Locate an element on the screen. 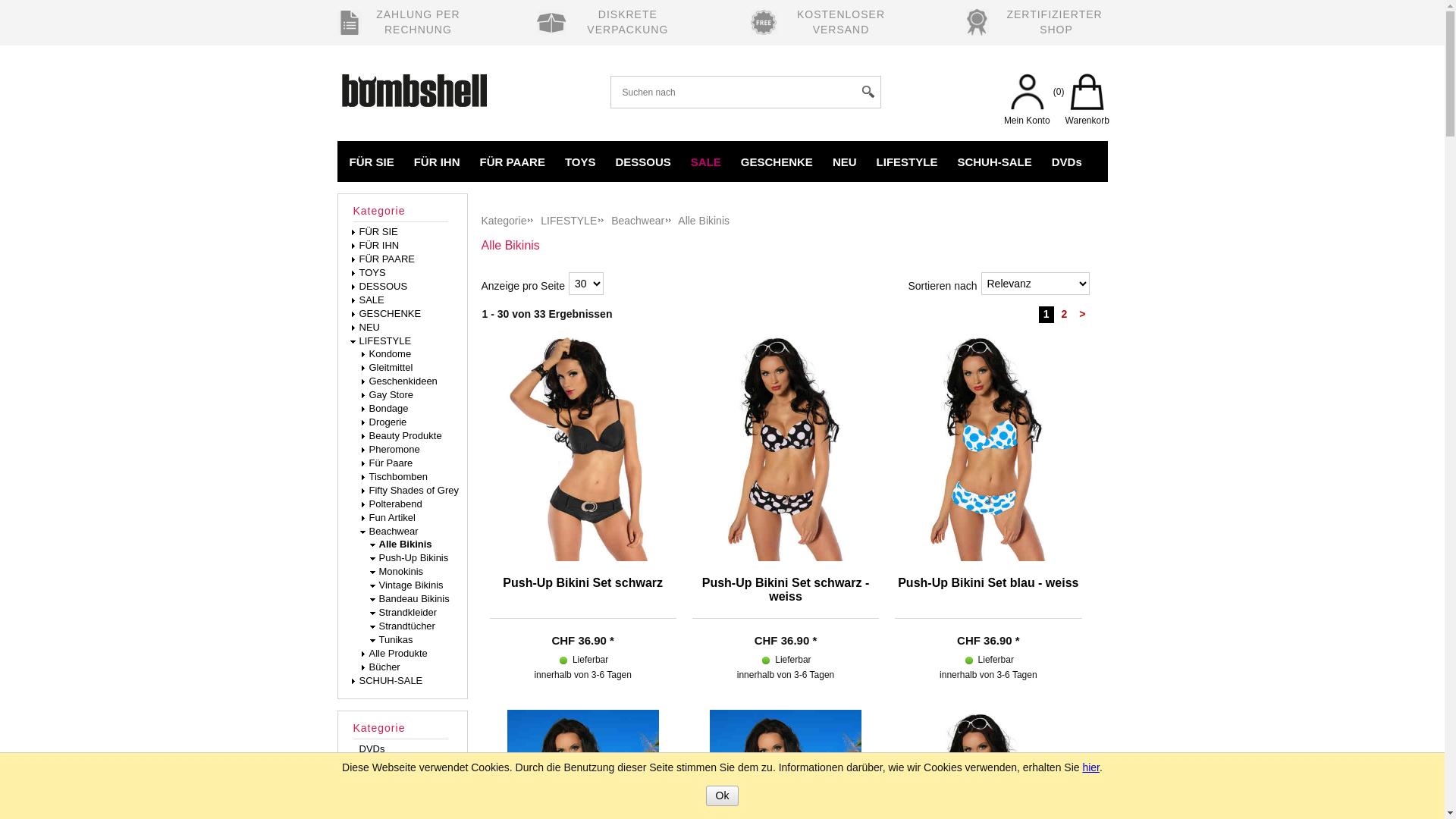 This screenshot has height=819, width=1456. ' Tunikas' is located at coordinates (397, 639).